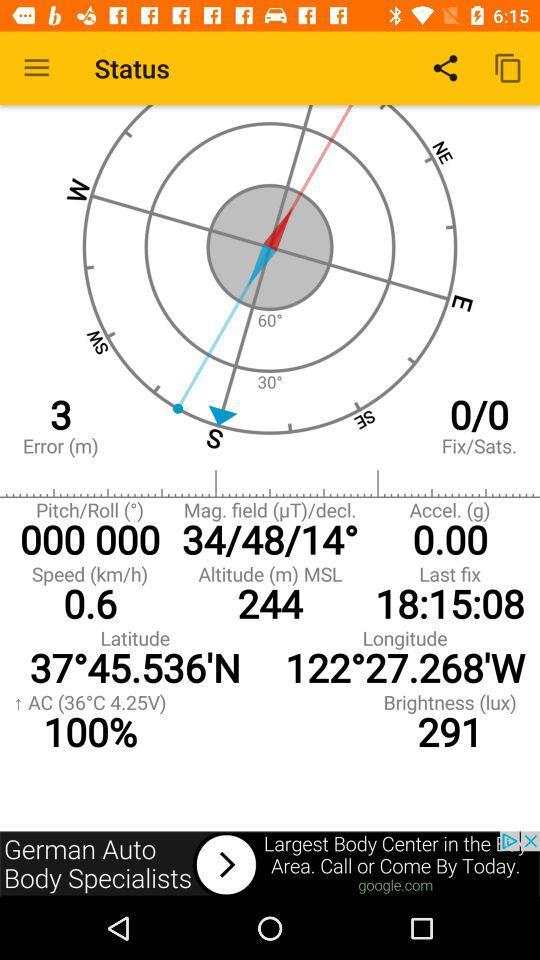 This screenshot has width=540, height=960. What do you see at coordinates (270, 863) in the screenshot?
I see `redirect to advertisement` at bounding box center [270, 863].